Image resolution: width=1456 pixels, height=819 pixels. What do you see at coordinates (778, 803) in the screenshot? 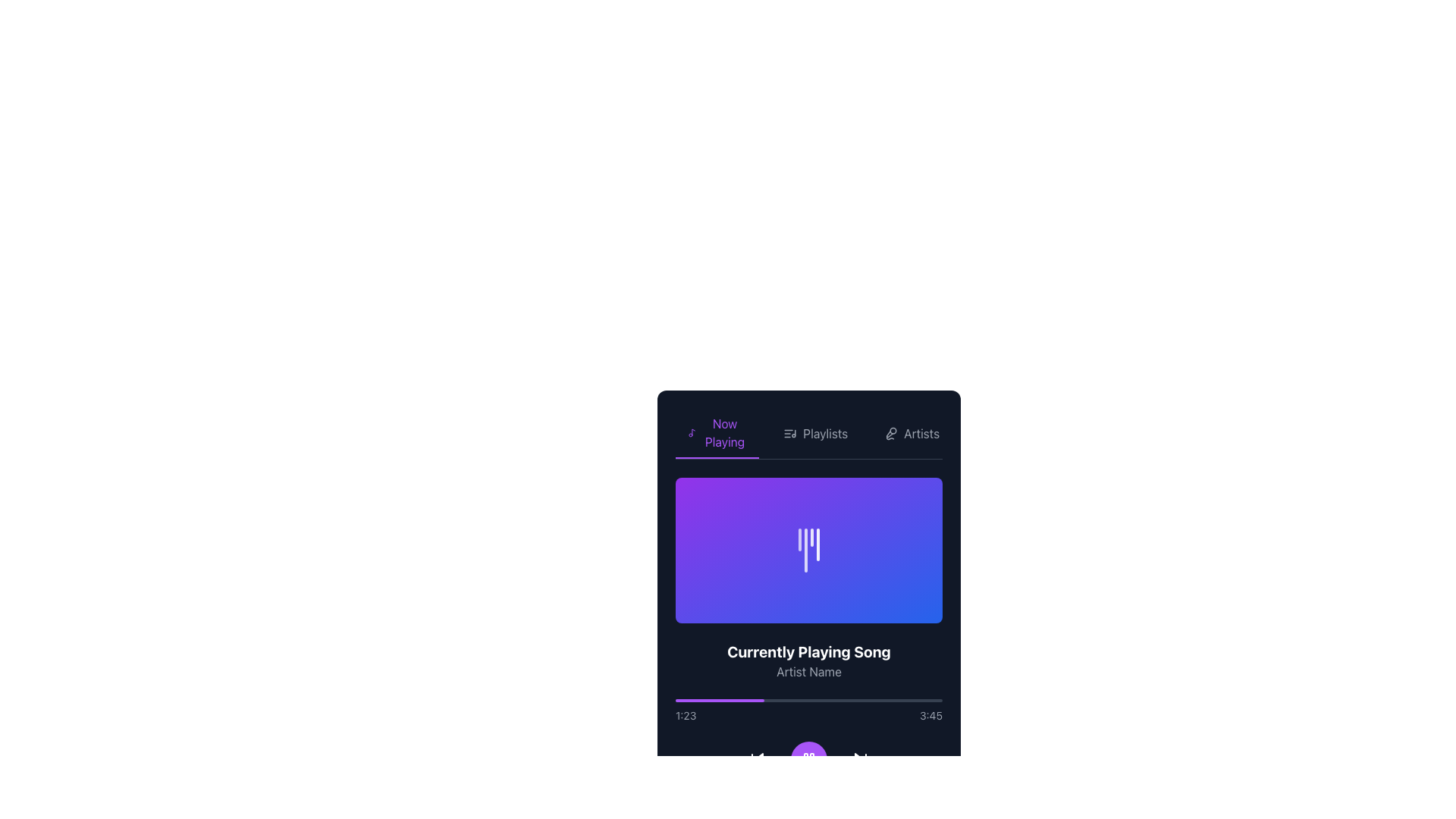
I see `the purple progress bar indicator located beneath the 'Currently Playing Song' title, visually presenting the current track's progress` at bounding box center [778, 803].